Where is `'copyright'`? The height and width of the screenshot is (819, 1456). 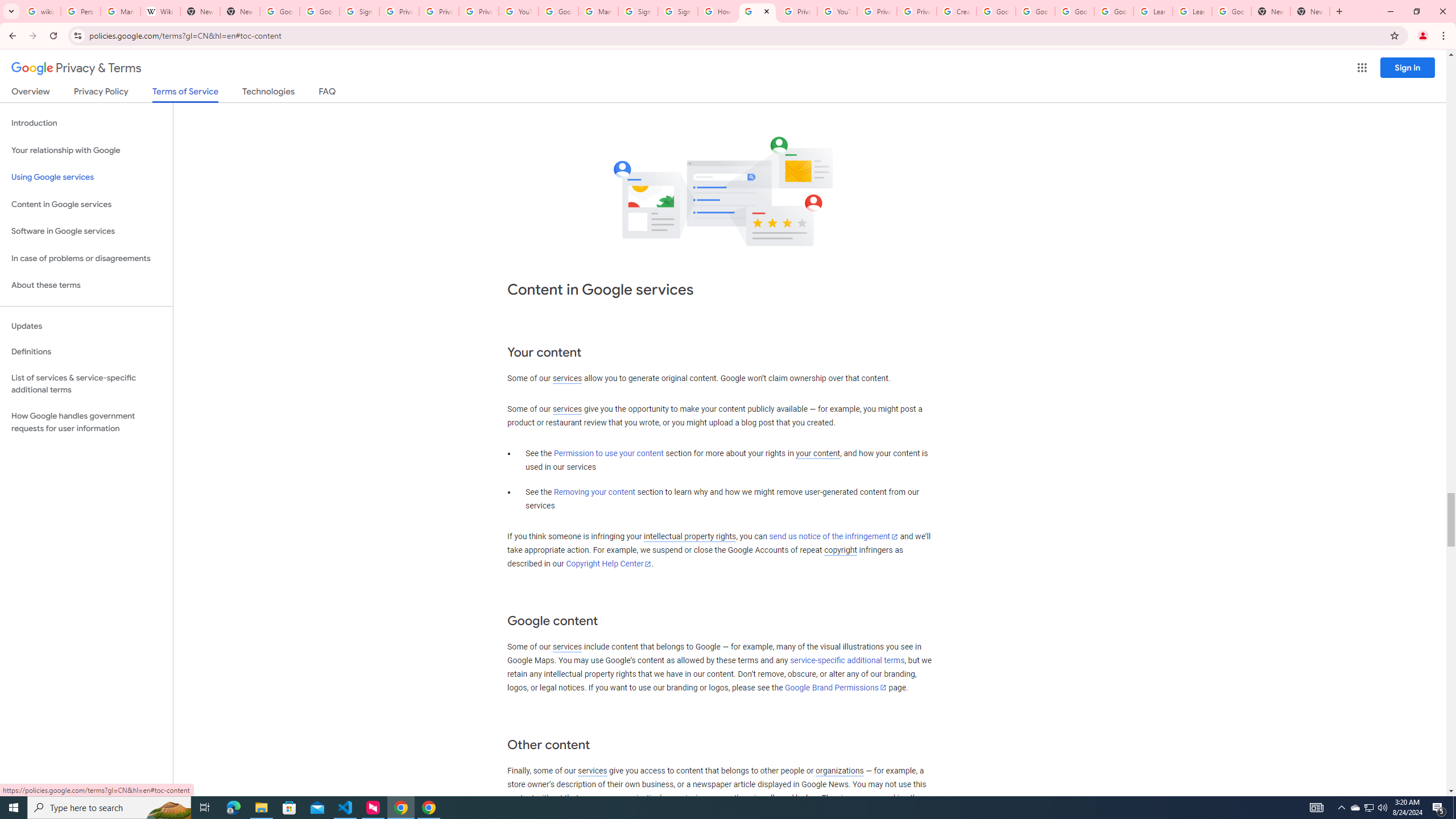
'copyright' is located at coordinates (840, 551).